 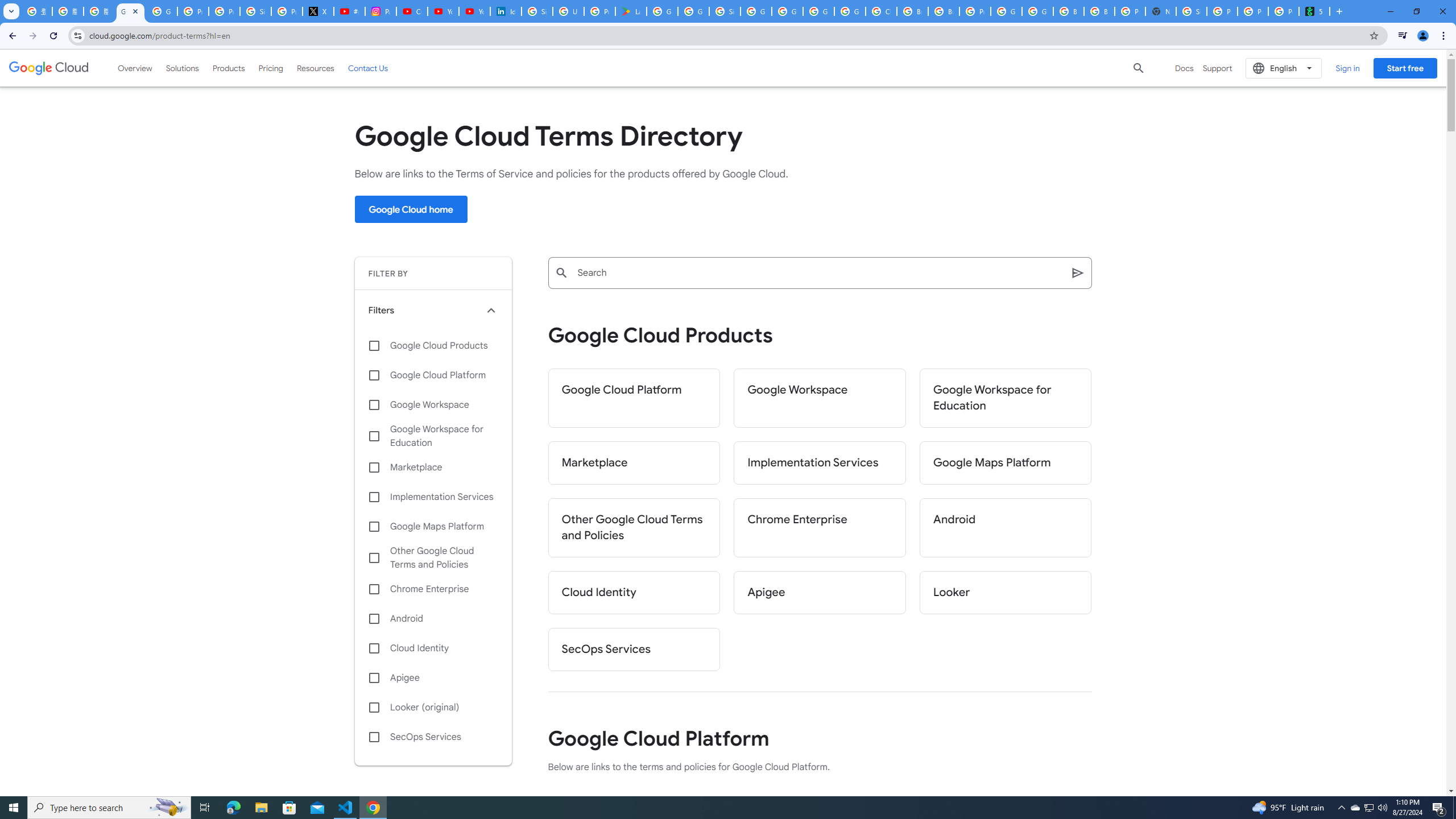 I want to click on 'Apigee', so click(x=819, y=592).